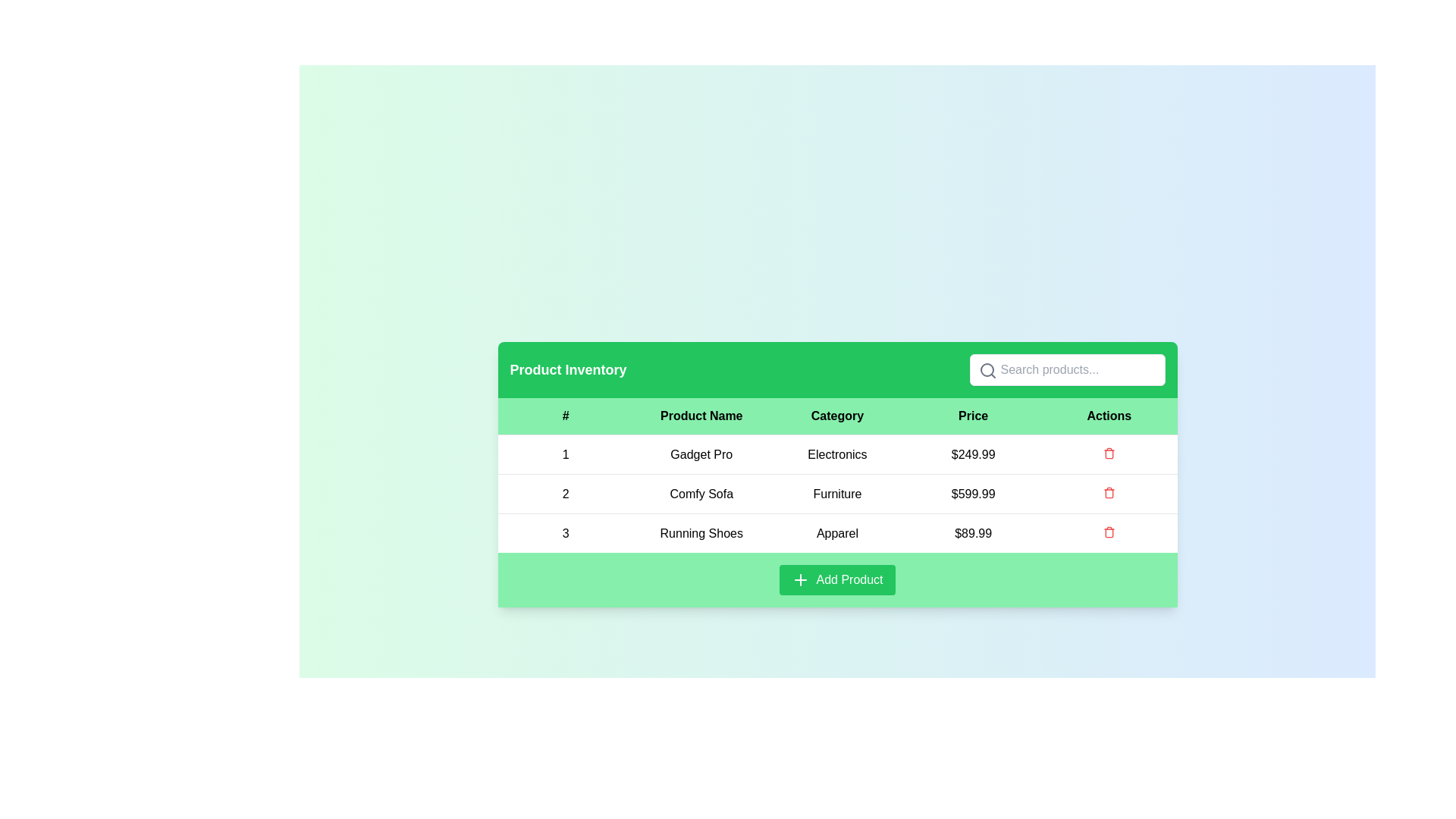 The height and width of the screenshot is (819, 1456). What do you see at coordinates (973, 416) in the screenshot?
I see `text from the 'Price' label in the header row of the table, which is the 4th cell from the left and has a bold black font on a light green background` at bounding box center [973, 416].